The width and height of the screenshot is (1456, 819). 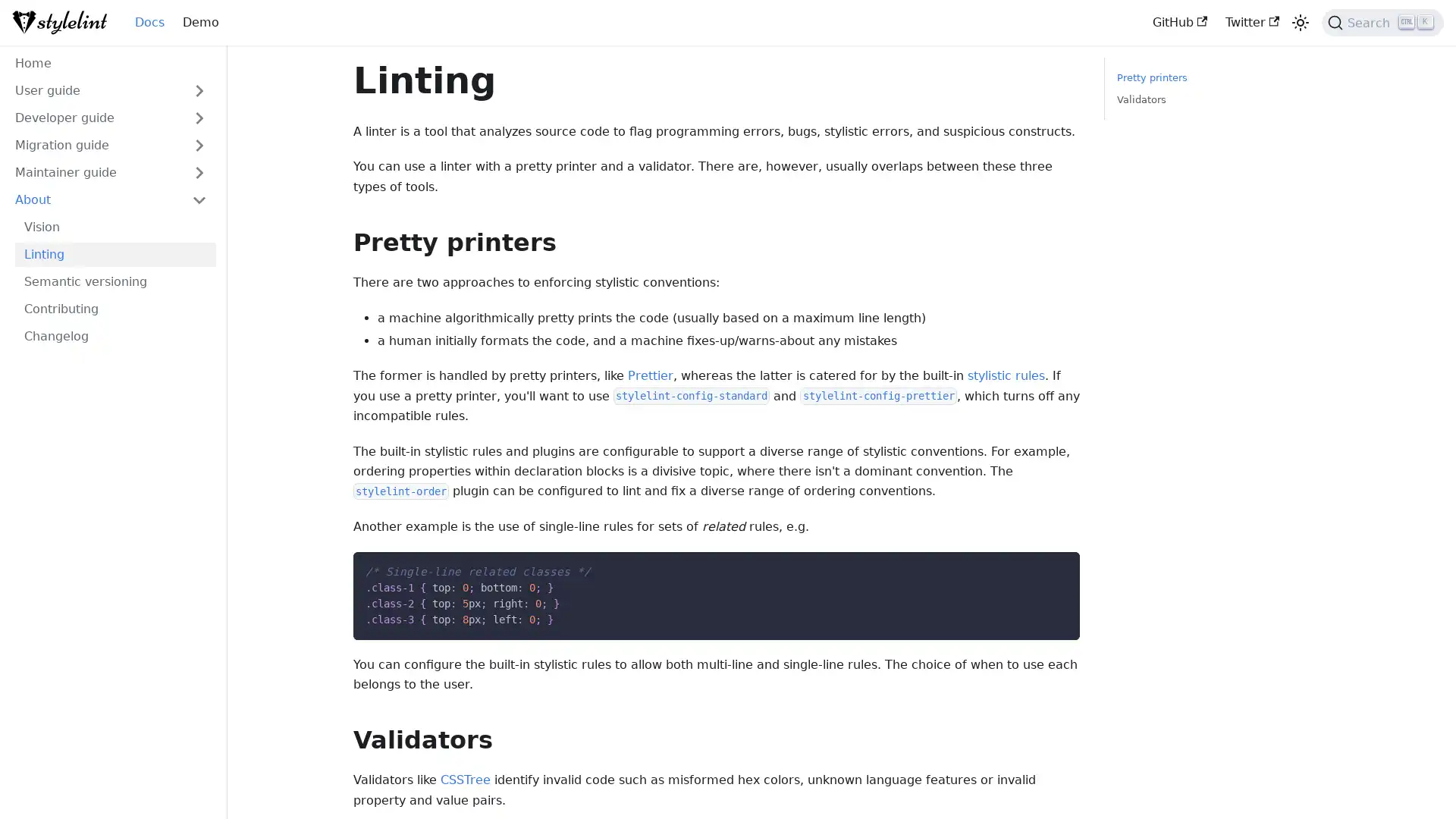 What do you see at coordinates (1382, 23) in the screenshot?
I see `Search` at bounding box center [1382, 23].